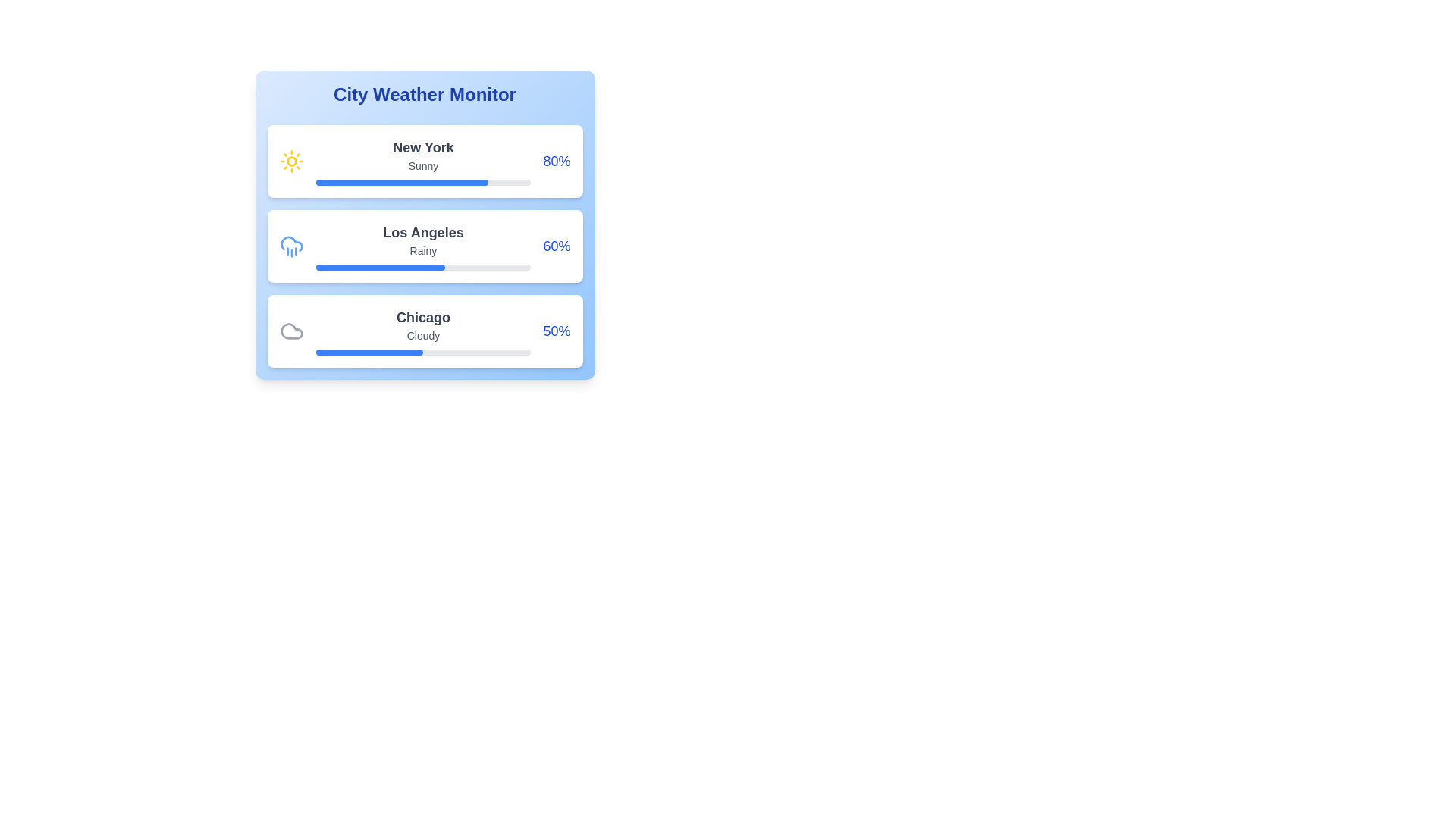 The image size is (1456, 819). I want to click on the text label displaying 'Cloudy', which is located beneath the city name 'Chicago' within the weather information card, so click(423, 335).